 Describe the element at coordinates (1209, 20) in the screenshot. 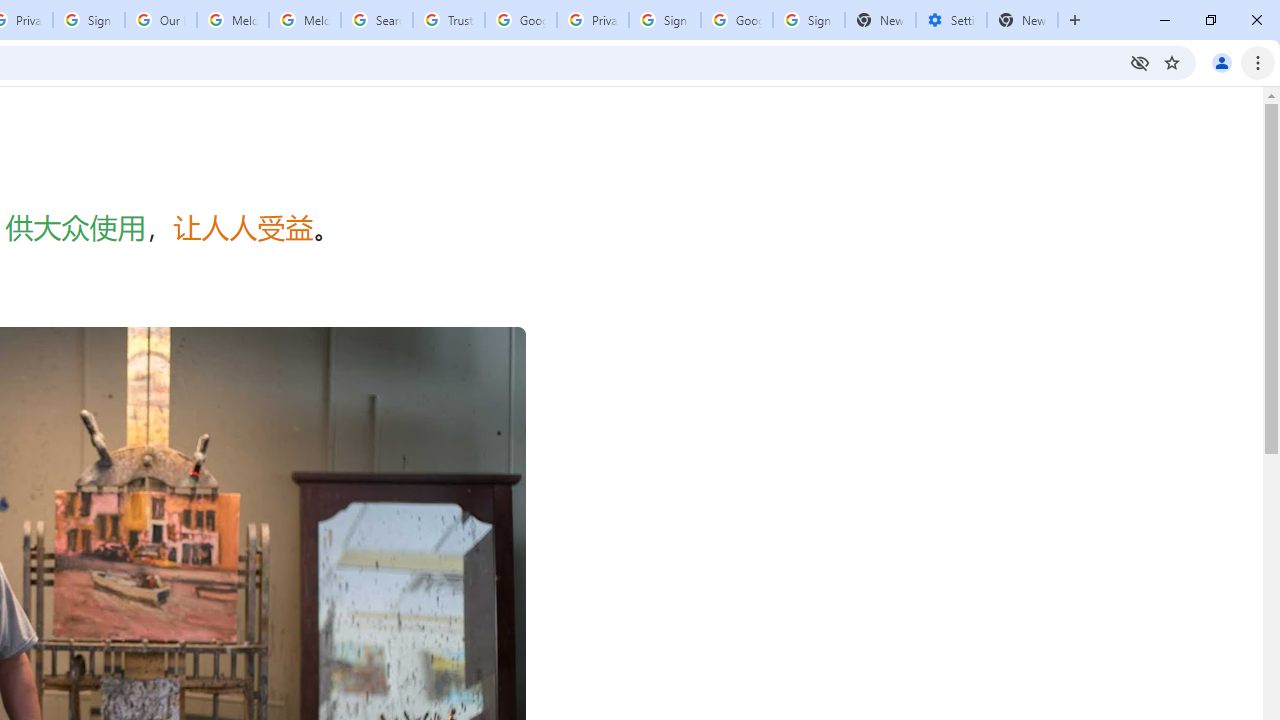

I see `'Restore'` at that location.